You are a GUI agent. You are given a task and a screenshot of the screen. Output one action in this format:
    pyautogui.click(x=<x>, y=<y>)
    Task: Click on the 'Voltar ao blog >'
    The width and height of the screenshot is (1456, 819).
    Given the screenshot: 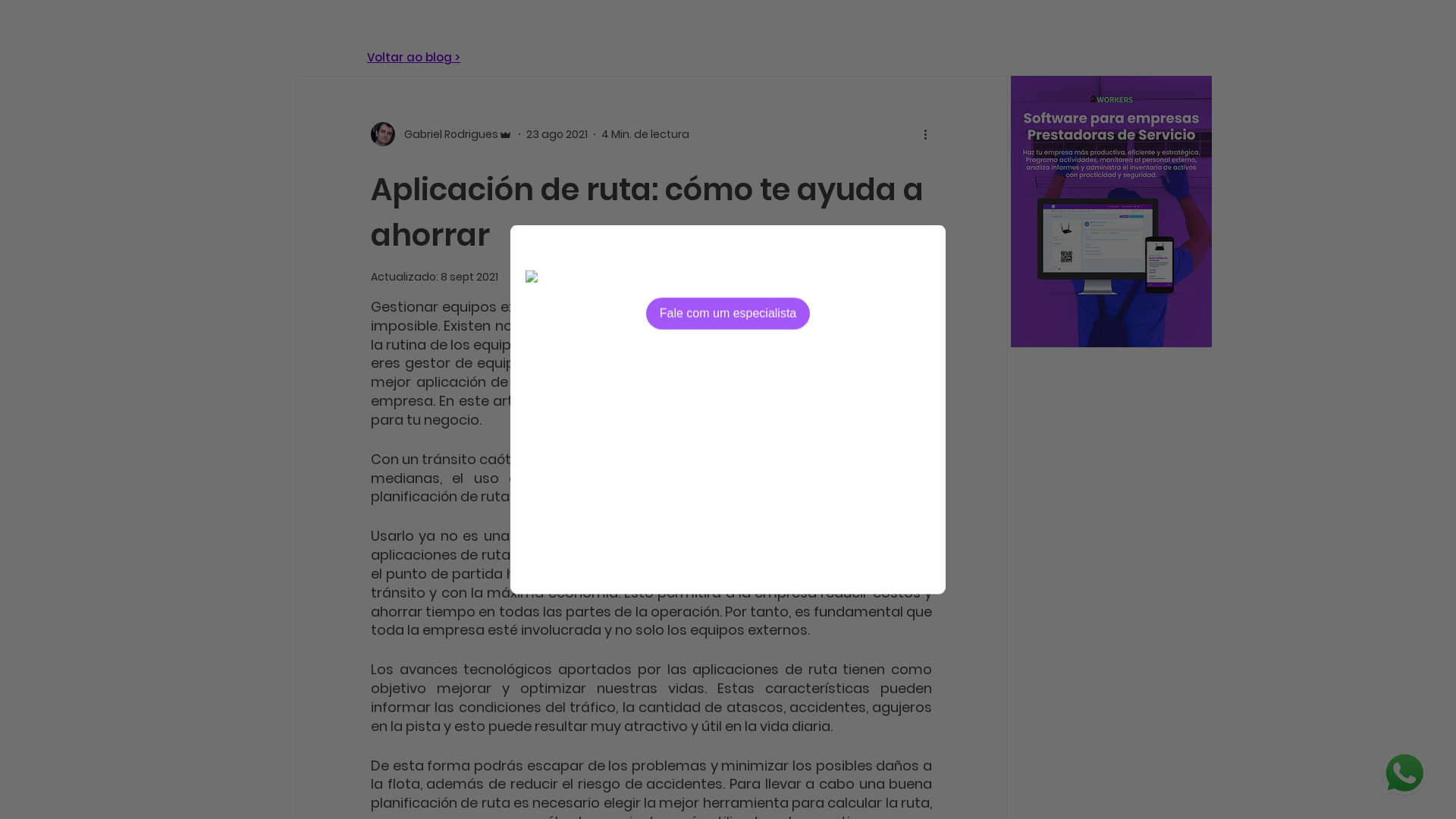 What is the action you would take?
    pyautogui.click(x=413, y=56)
    